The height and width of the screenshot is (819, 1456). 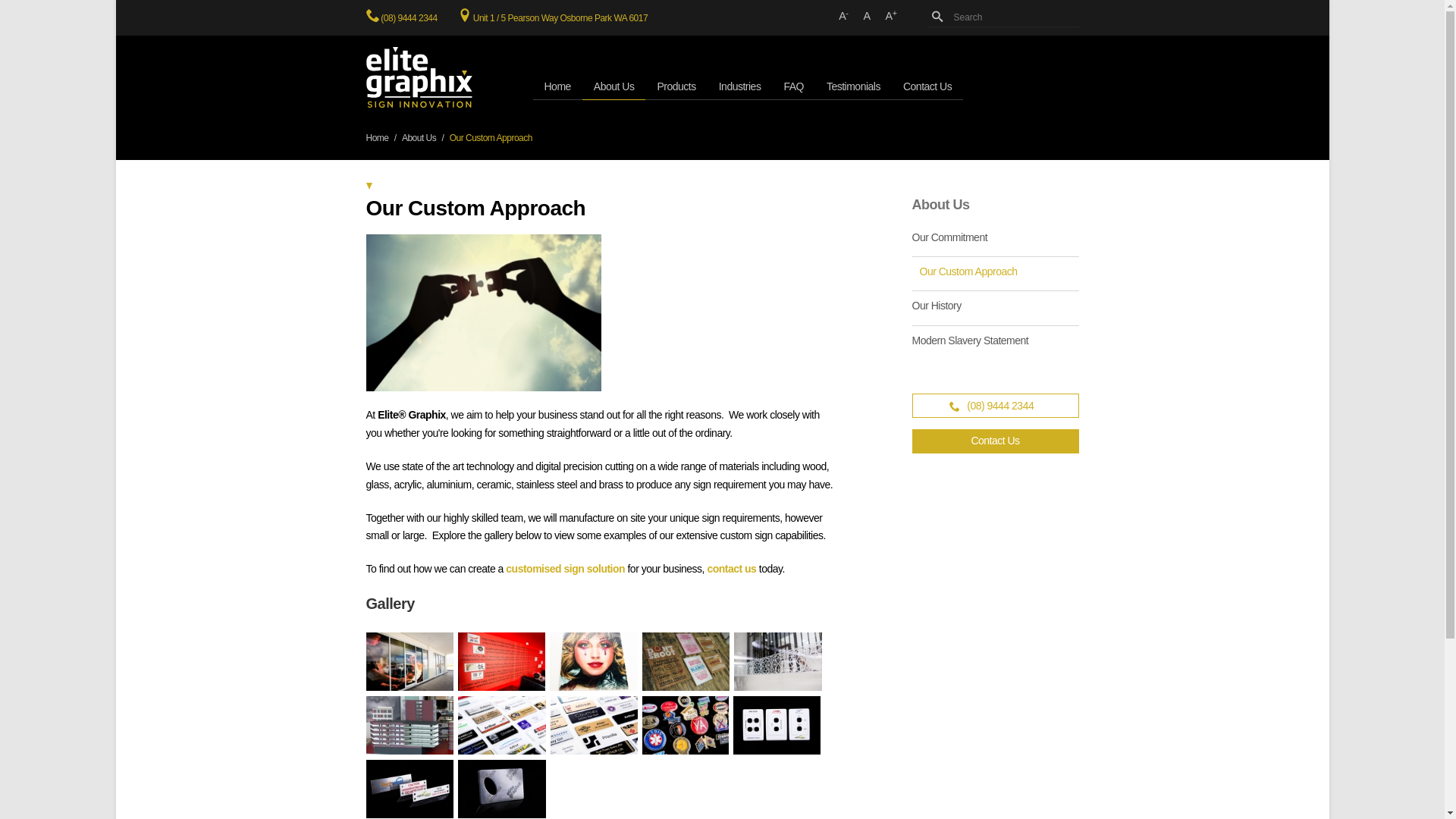 What do you see at coordinates (994, 405) in the screenshot?
I see `'(08) 9444 2344'` at bounding box center [994, 405].